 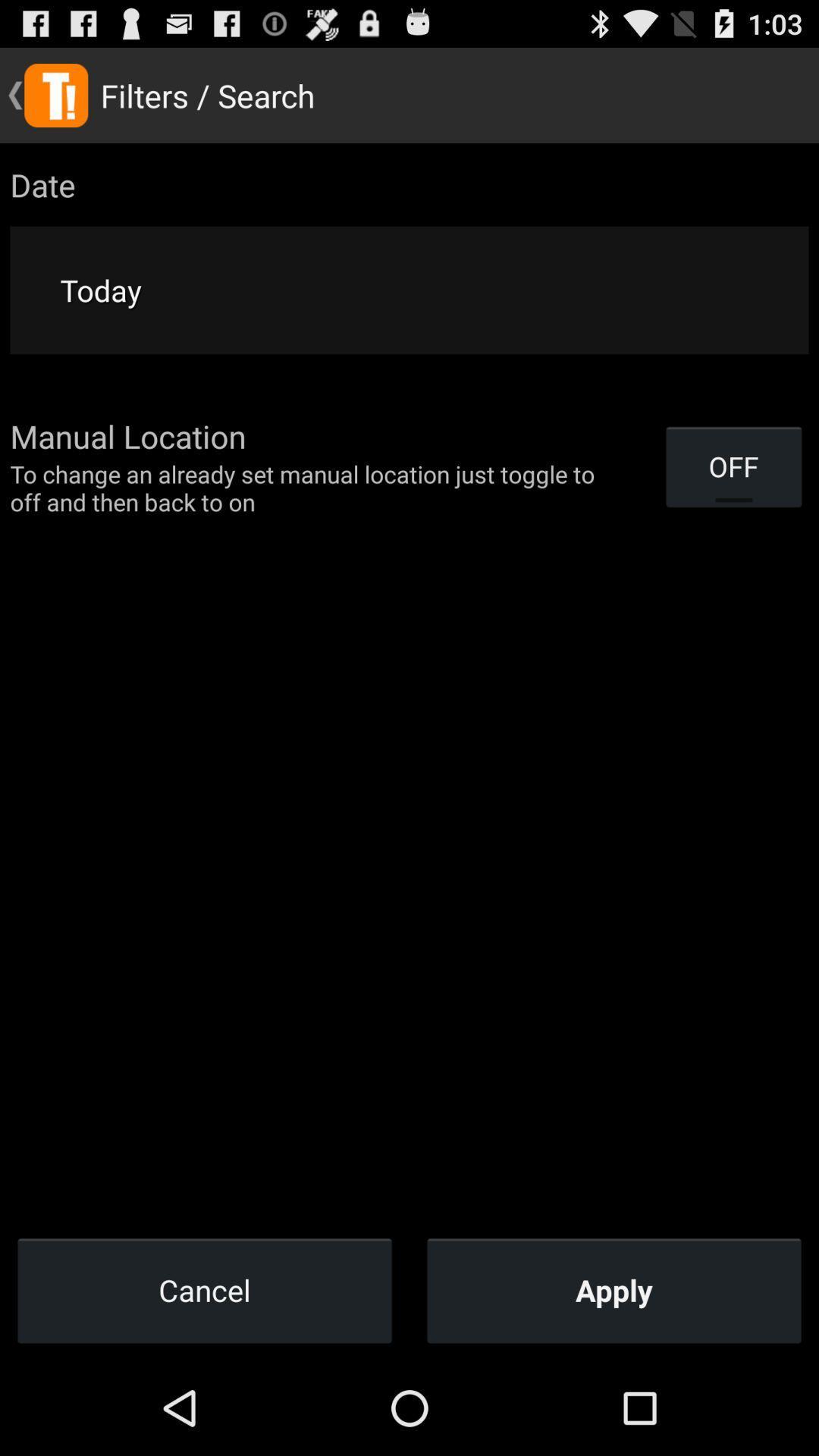 I want to click on apply icon, so click(x=614, y=1289).